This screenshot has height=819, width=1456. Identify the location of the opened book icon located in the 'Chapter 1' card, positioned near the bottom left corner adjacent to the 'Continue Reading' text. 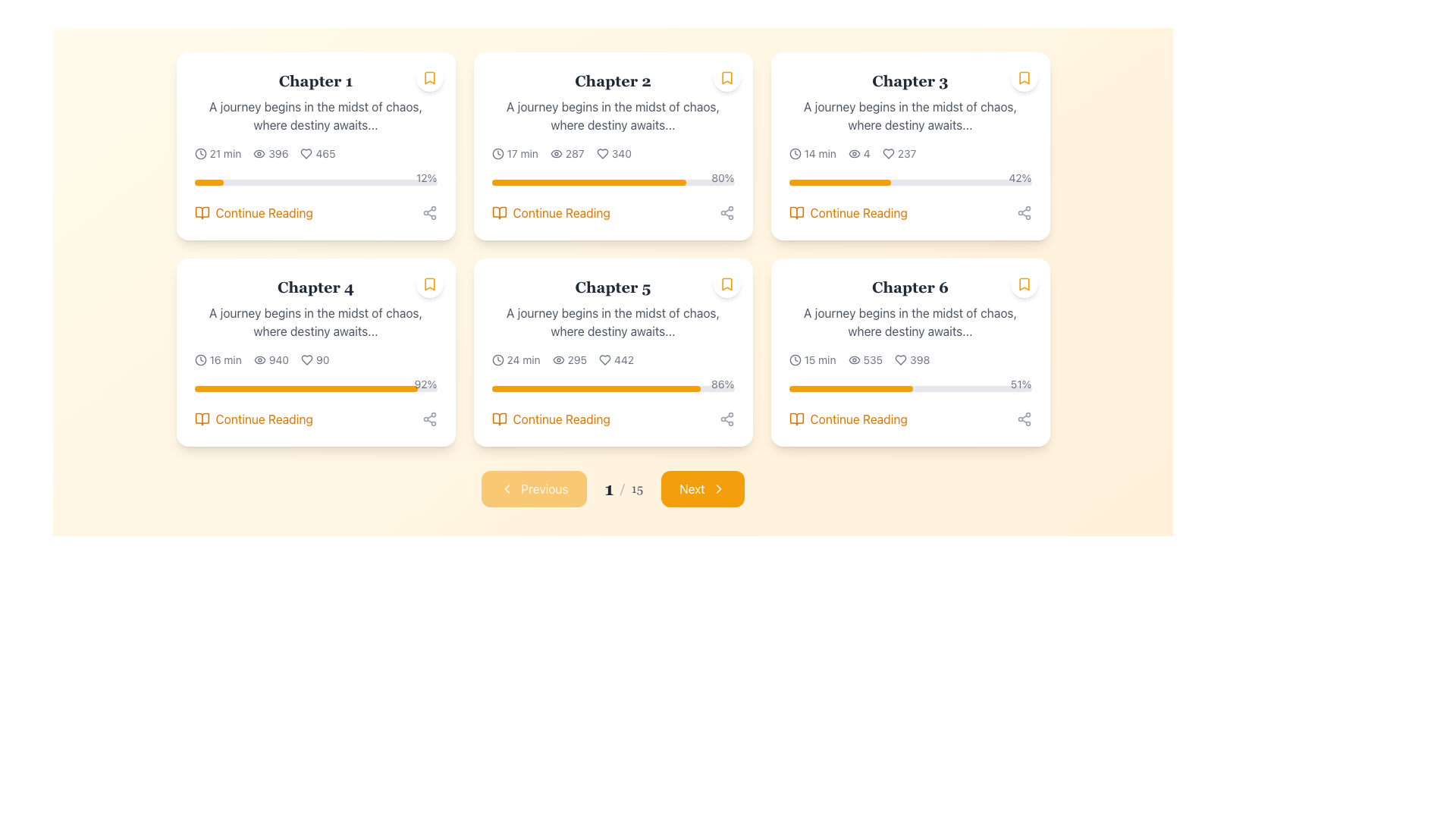
(201, 213).